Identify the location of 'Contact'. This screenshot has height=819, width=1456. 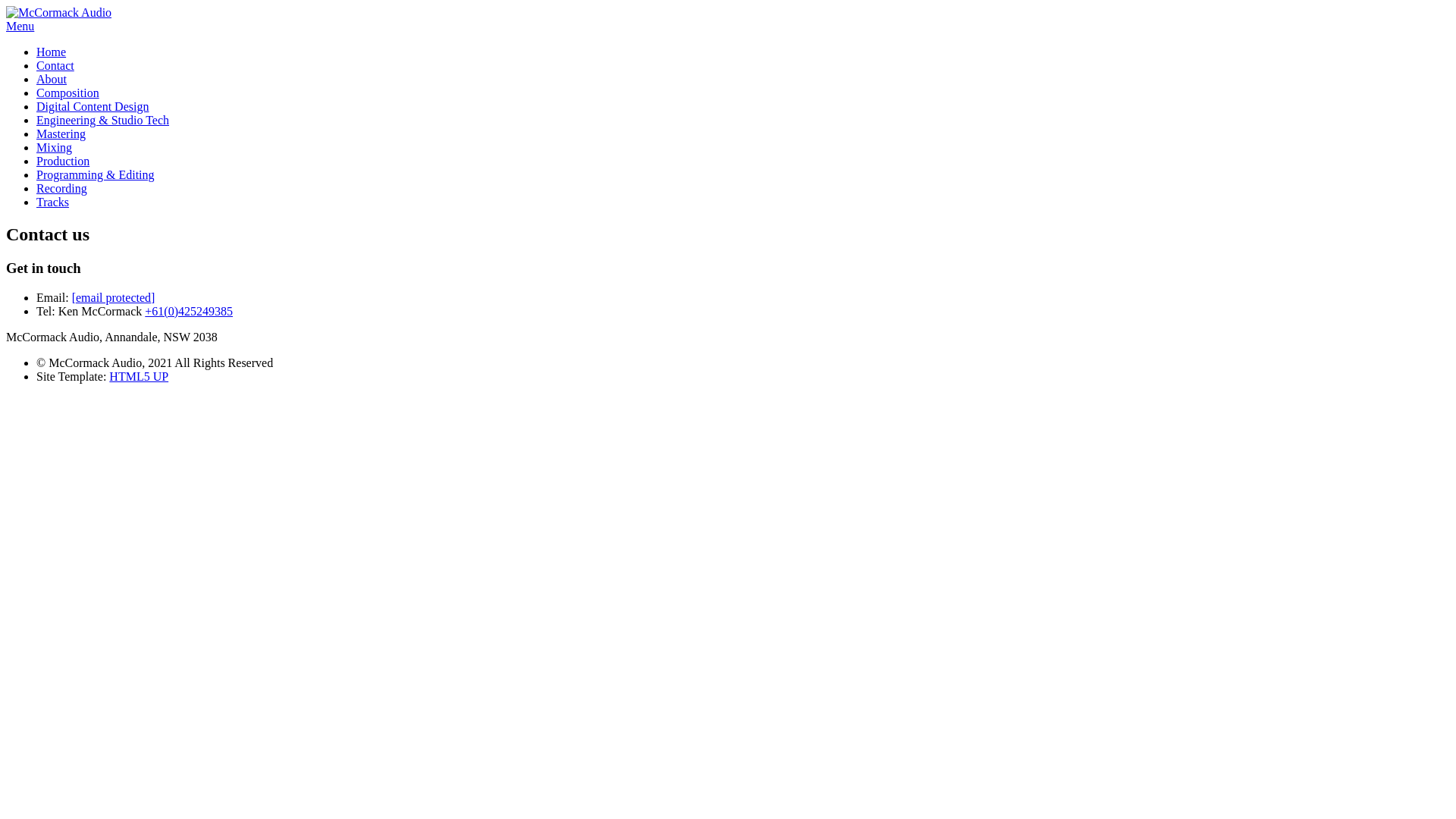
(36, 64).